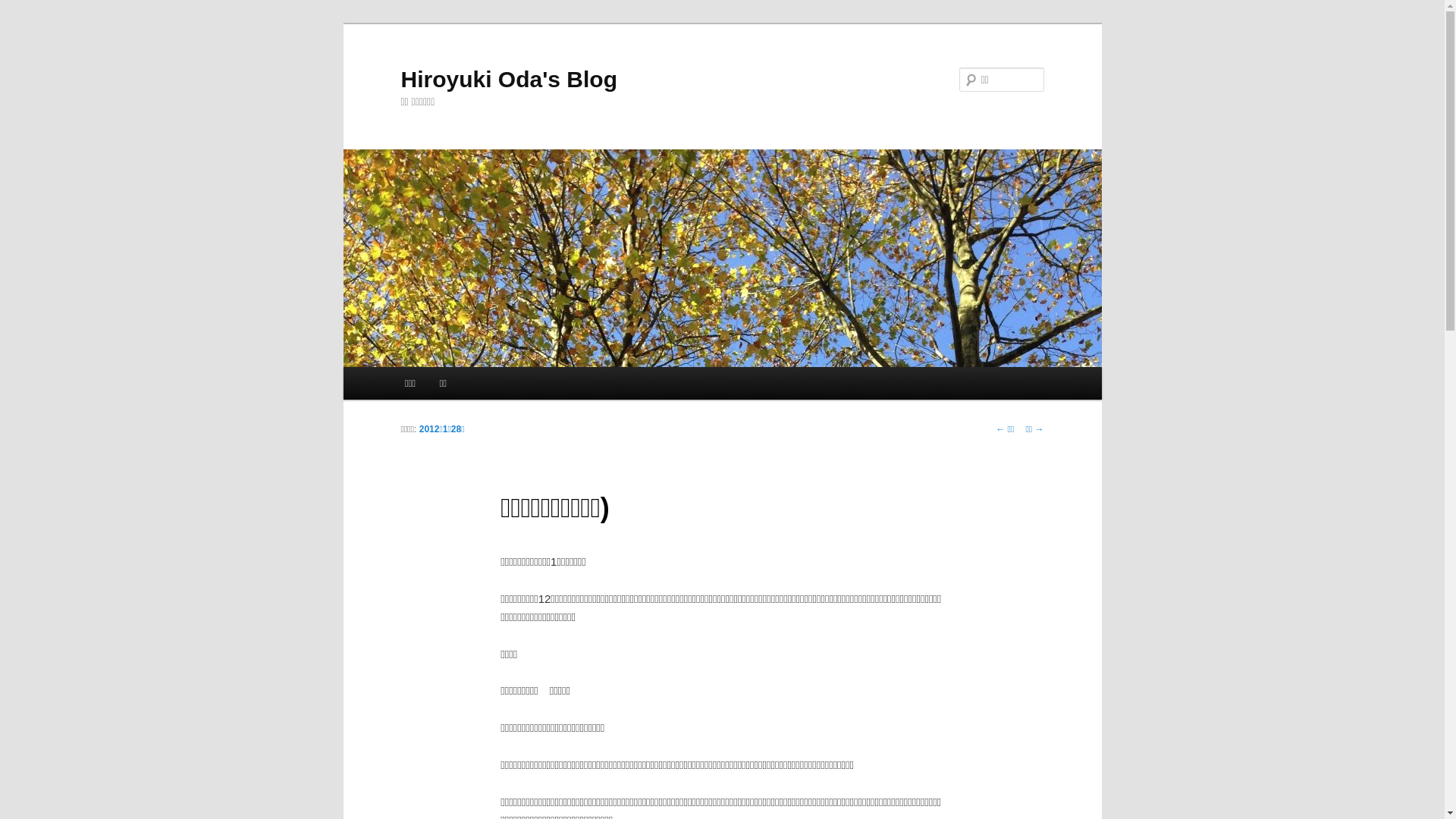  Describe the element at coordinates (509, 79) in the screenshot. I see `'Hiroyuki Oda's Blog'` at that location.